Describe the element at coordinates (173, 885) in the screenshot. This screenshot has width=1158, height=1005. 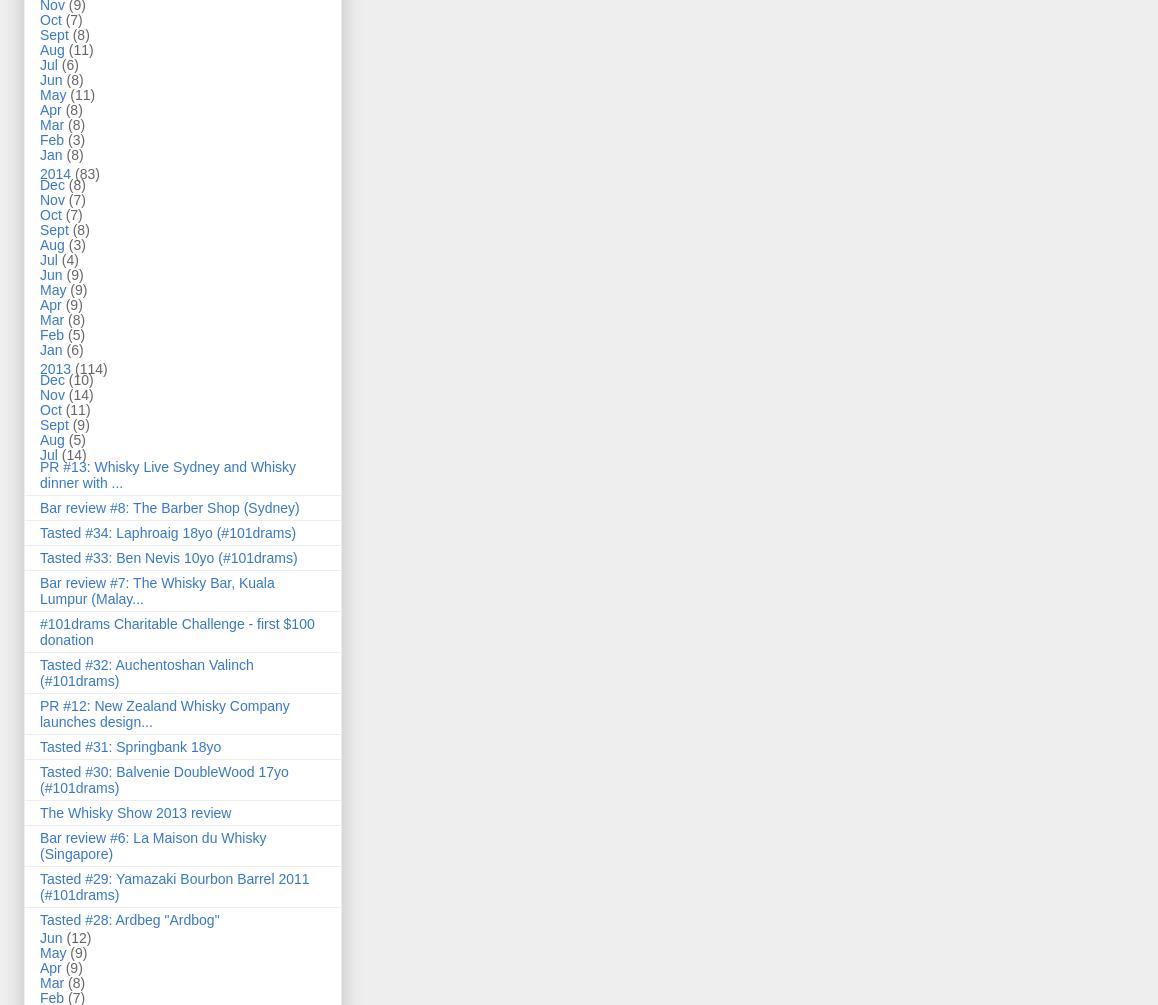
I see `'Tasted #29: Yamazaki Bourbon Barrel 2011 (#101drams)'` at that location.